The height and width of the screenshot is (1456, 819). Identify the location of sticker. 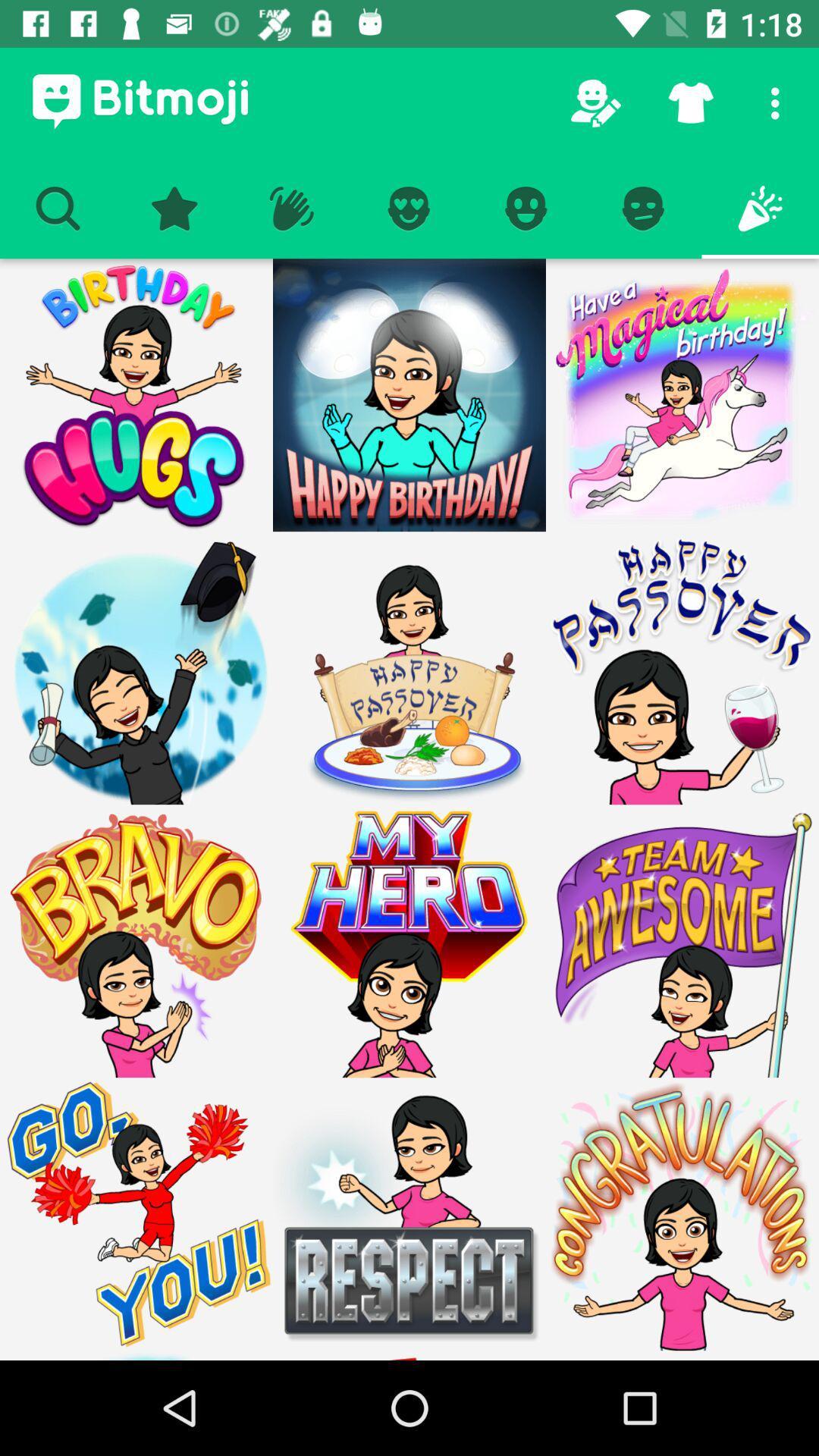
(681, 940).